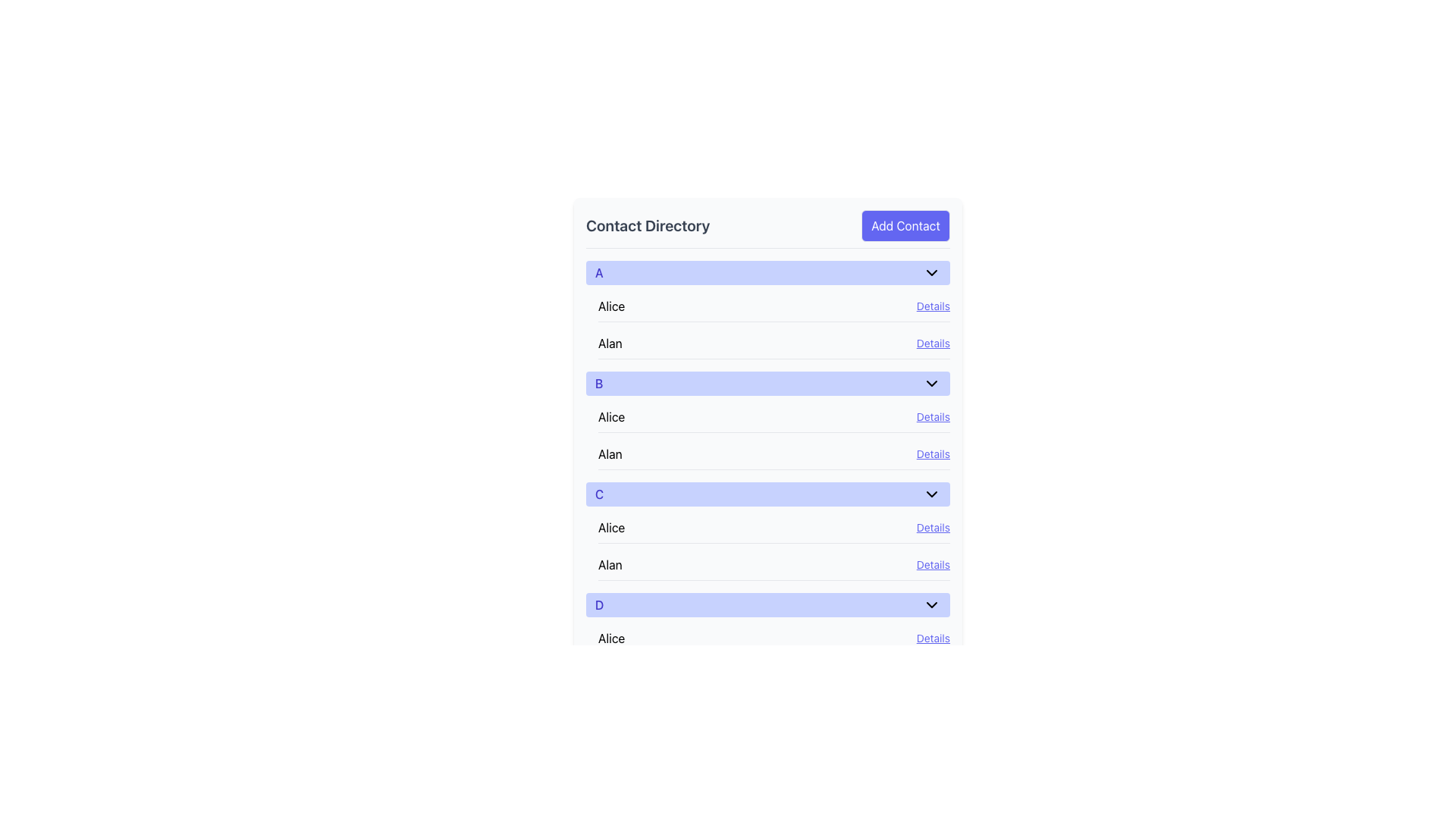 The height and width of the screenshot is (819, 1456). Describe the element at coordinates (610, 564) in the screenshot. I see `the text label that reads 'Alan', which is positioned next to the 'Details' link in a horizontal layout under the 'C' header` at that location.